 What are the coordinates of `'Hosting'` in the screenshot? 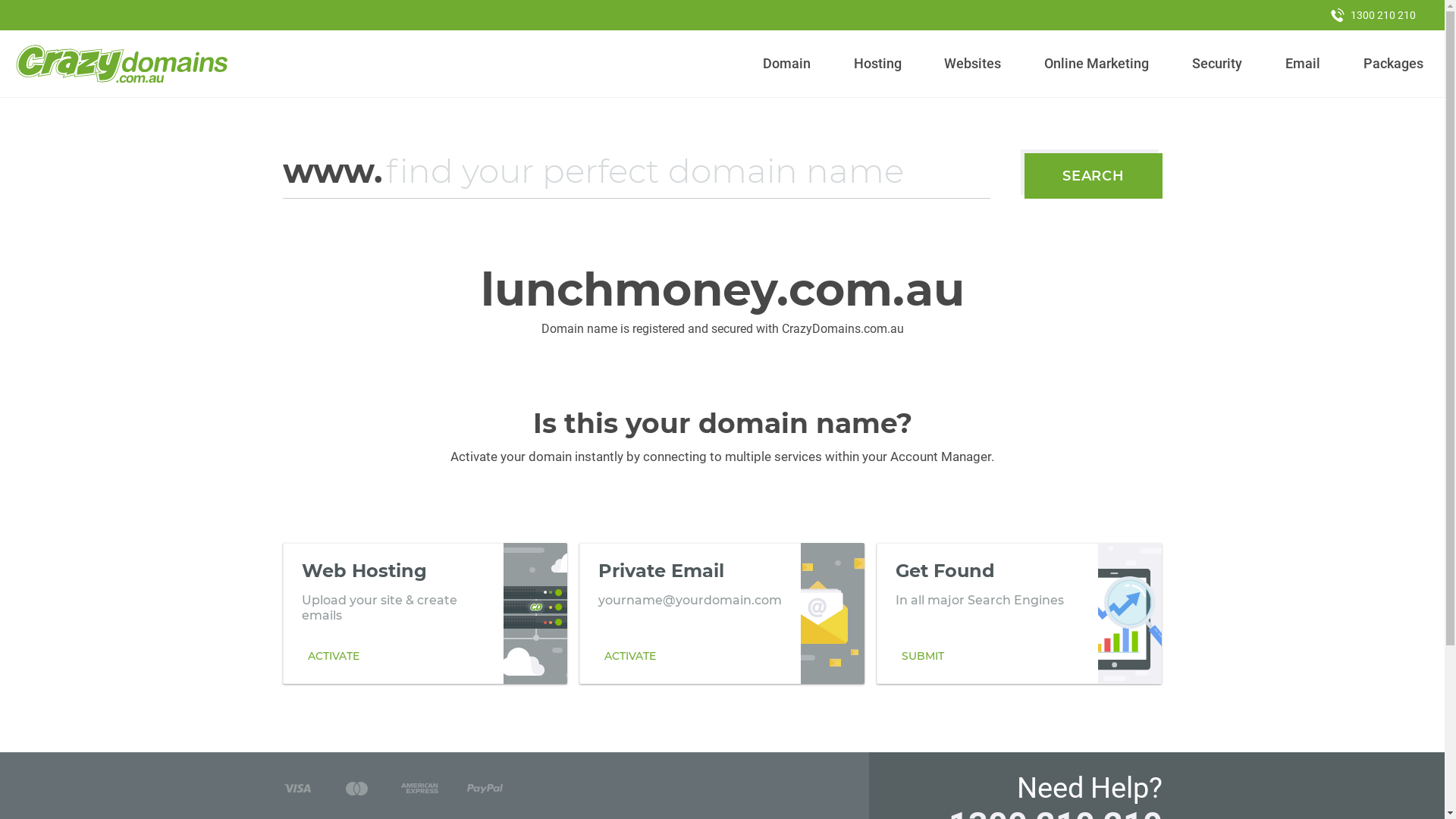 It's located at (877, 63).